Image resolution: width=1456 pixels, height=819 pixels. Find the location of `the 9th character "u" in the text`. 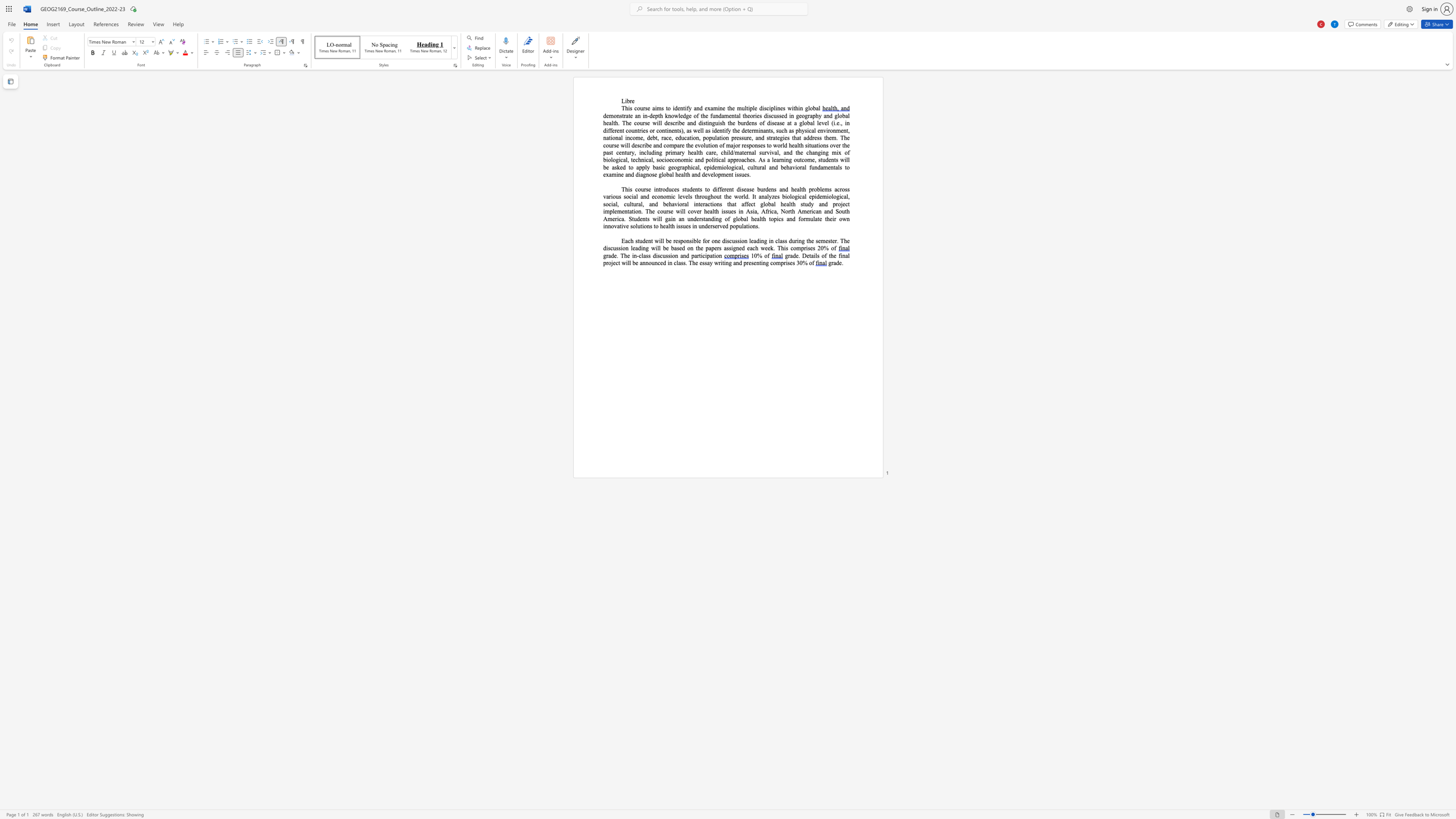

the 9th character "u" in the text is located at coordinates (649, 153).